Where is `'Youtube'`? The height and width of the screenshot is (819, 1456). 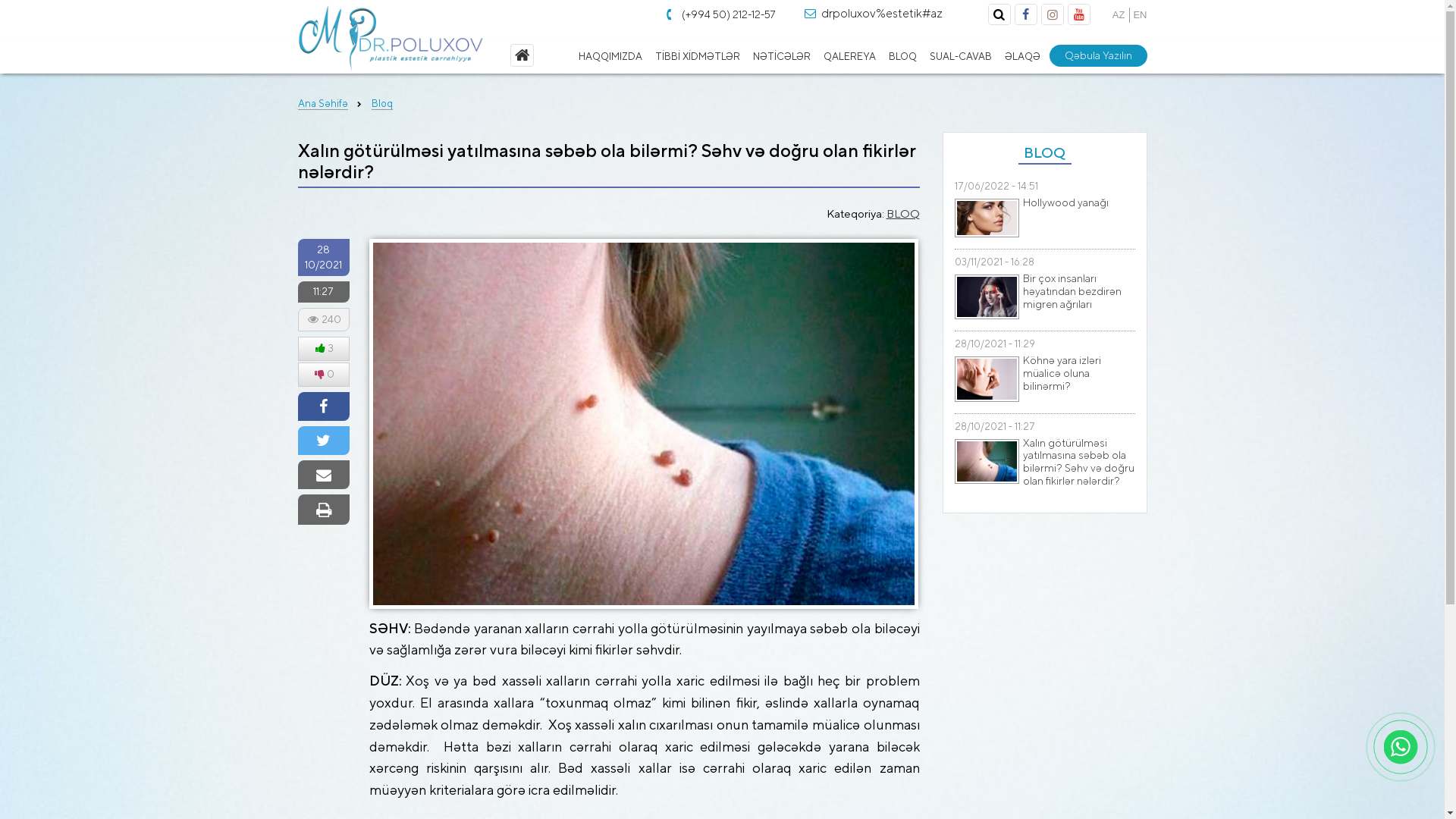 'Youtube' is located at coordinates (1077, 14).